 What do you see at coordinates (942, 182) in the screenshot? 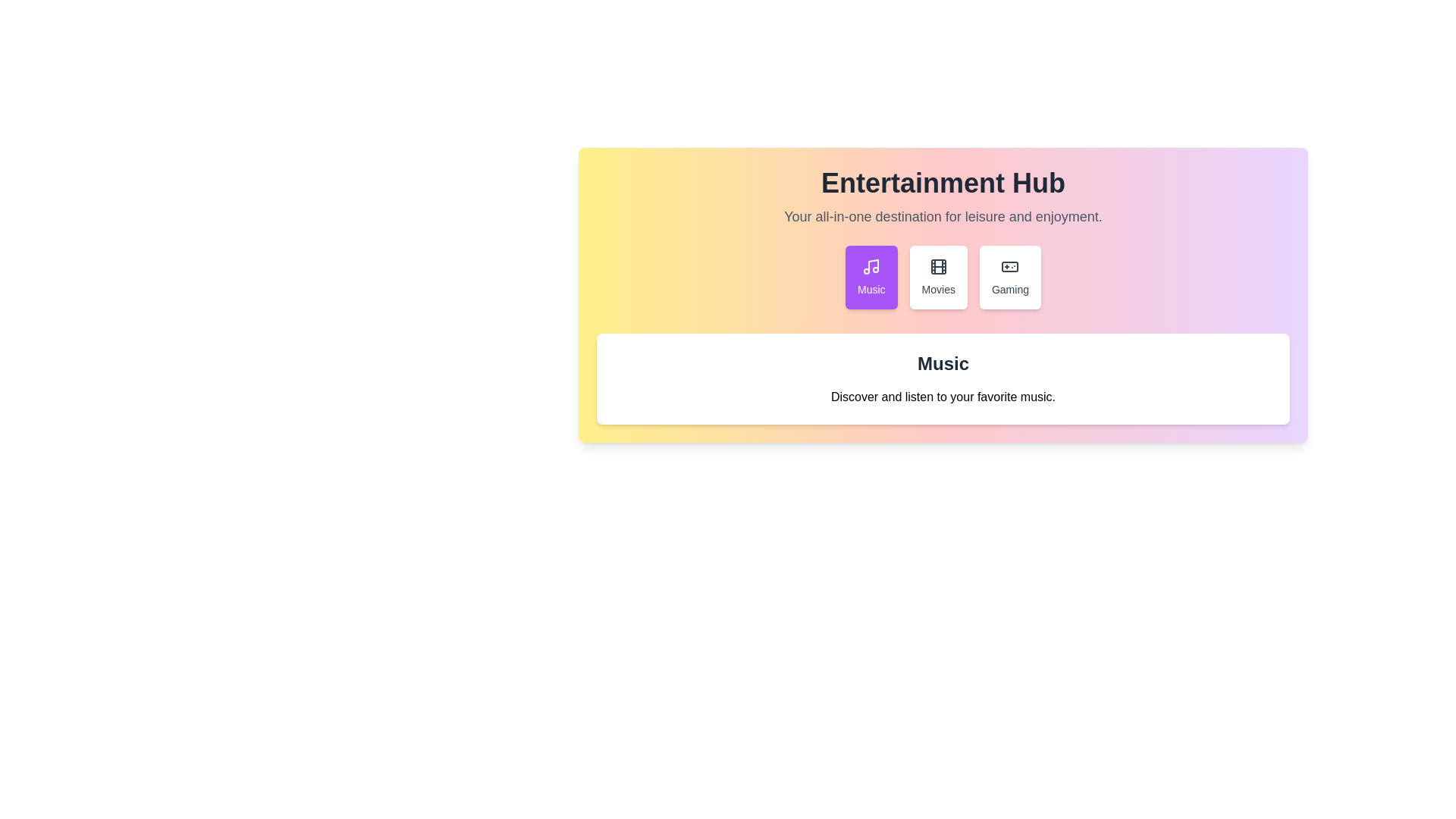
I see `the Text label (Heading) at the top-center of the interface, which indicates the primary topic or theme of the webpage` at bounding box center [942, 182].